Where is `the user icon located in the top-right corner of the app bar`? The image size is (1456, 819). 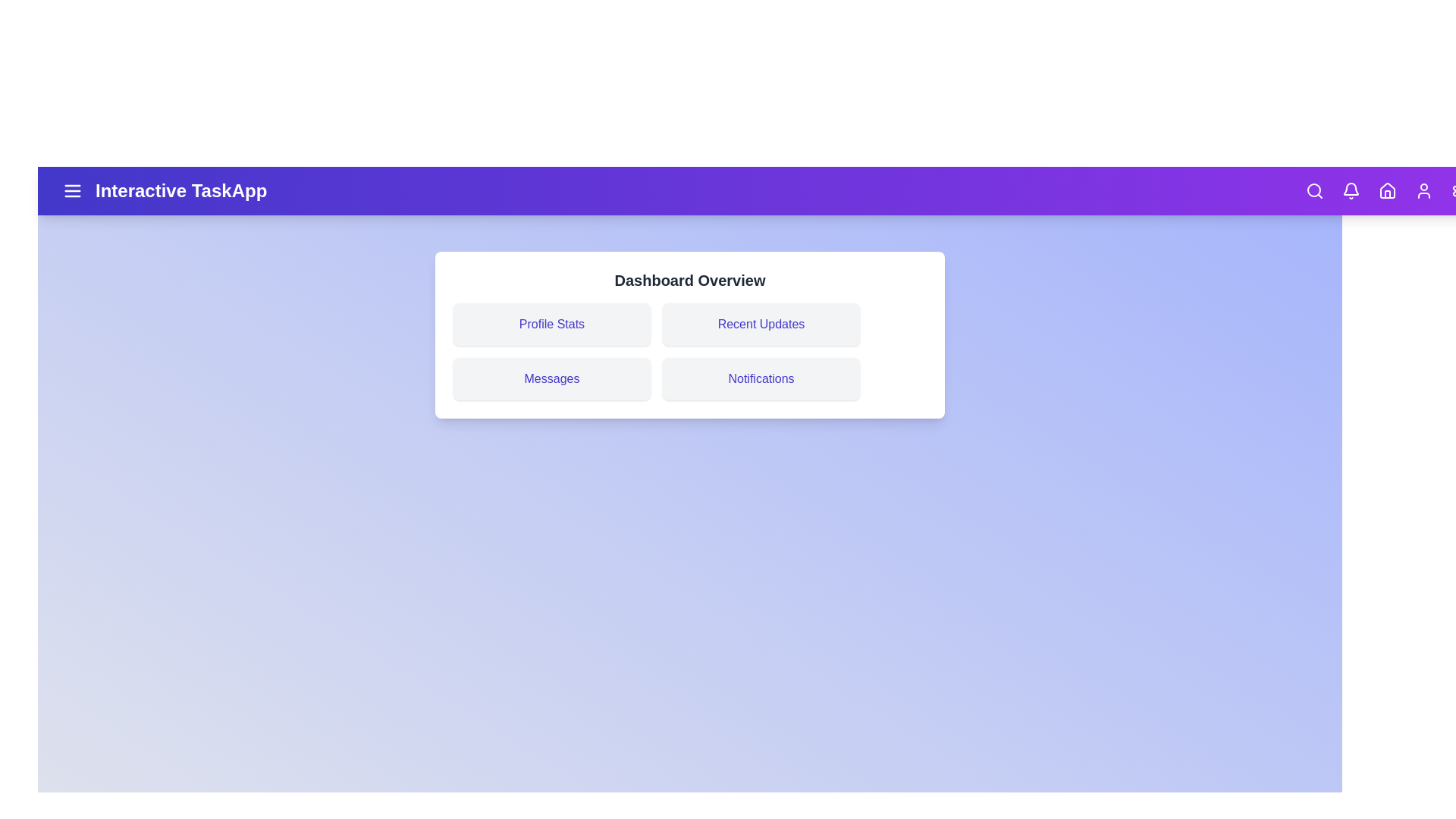
the user icon located in the top-right corner of the app bar is located at coordinates (1423, 190).